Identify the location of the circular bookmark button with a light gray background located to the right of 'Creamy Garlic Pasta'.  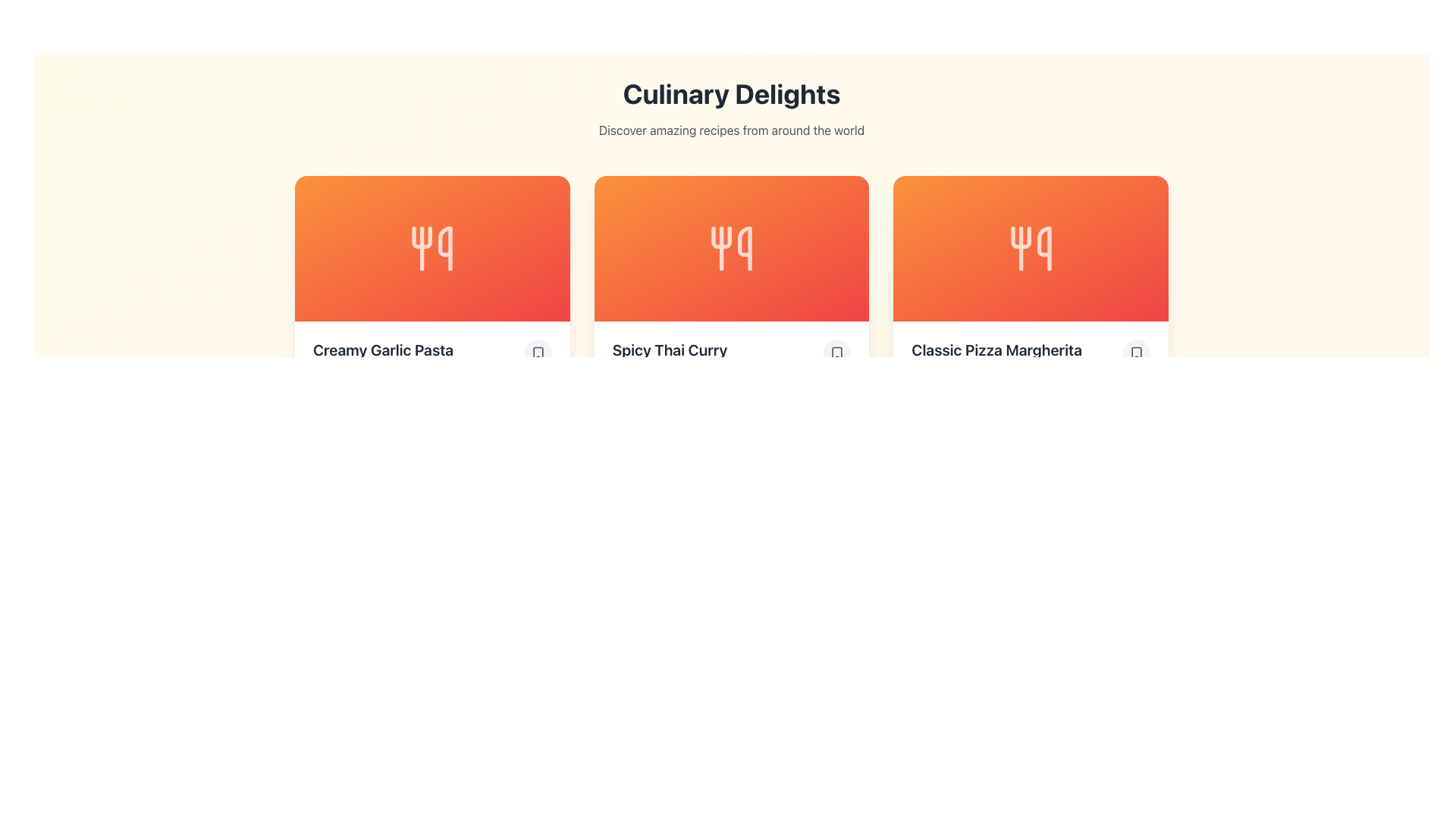
(538, 353).